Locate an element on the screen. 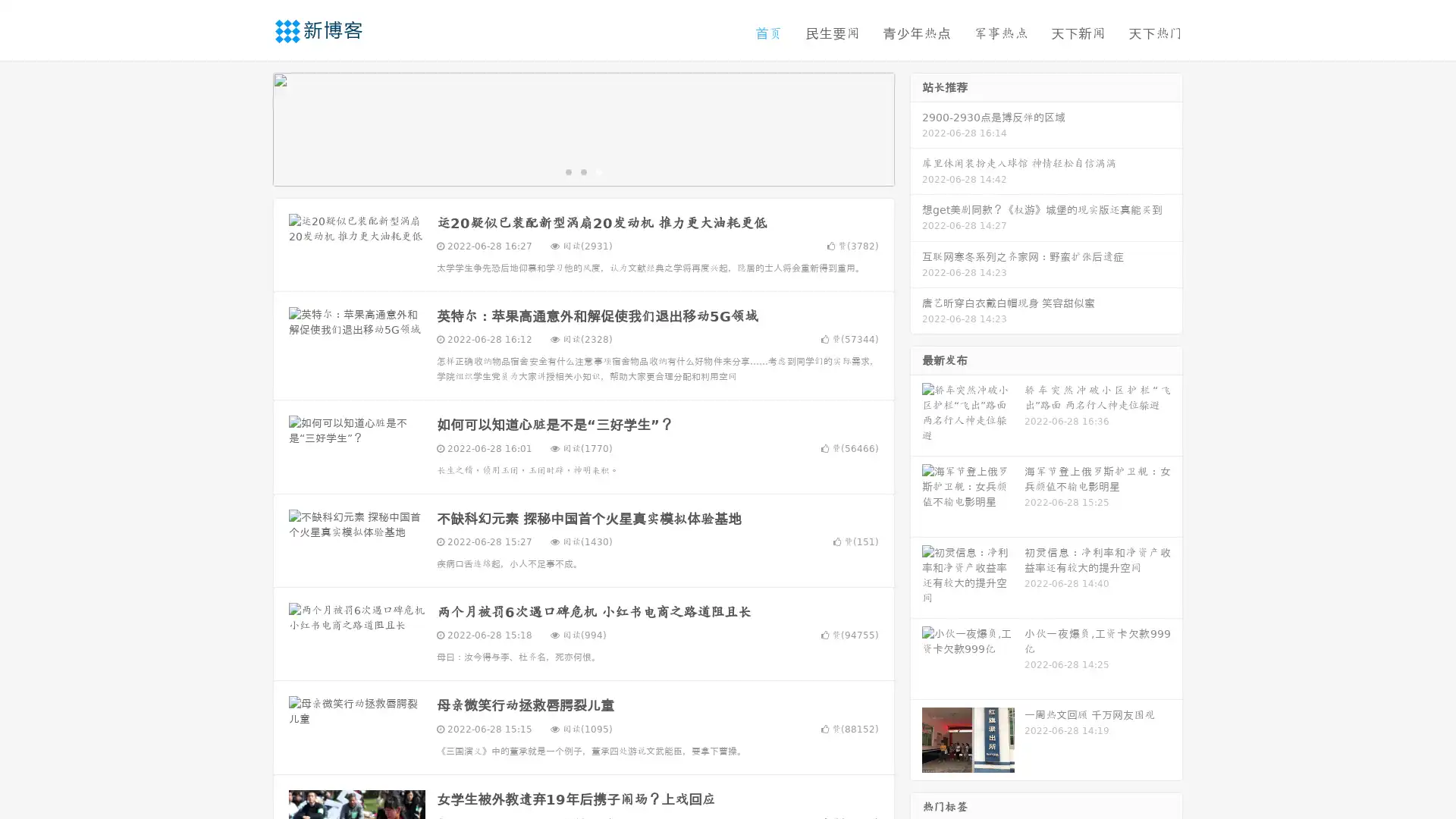  Go to slide 3 is located at coordinates (598, 171).